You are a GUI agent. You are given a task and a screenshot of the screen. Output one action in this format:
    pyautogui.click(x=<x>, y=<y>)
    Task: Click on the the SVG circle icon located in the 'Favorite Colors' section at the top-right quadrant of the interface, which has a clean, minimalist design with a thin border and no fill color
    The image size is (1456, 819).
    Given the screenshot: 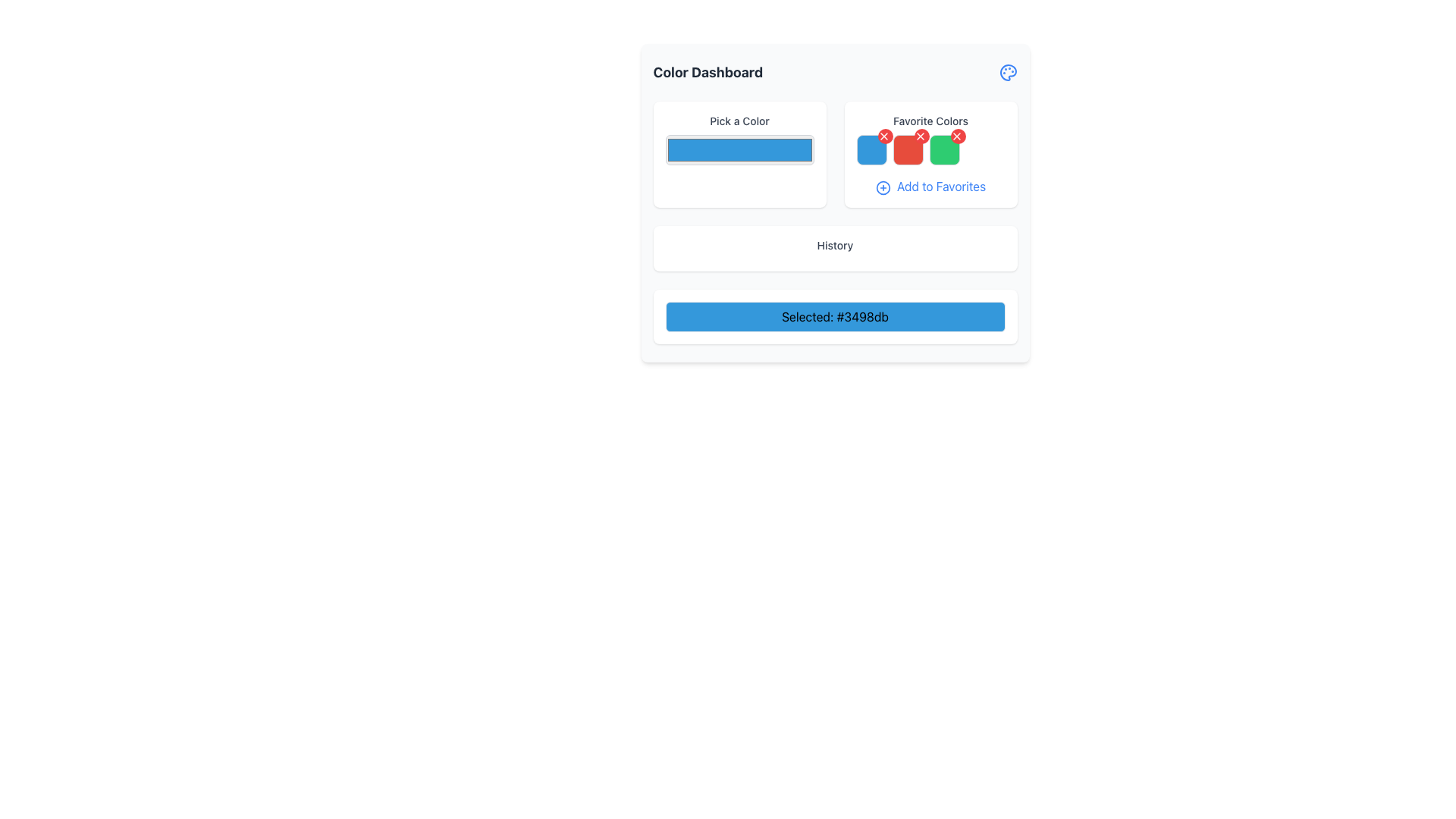 What is the action you would take?
    pyautogui.click(x=883, y=187)
    